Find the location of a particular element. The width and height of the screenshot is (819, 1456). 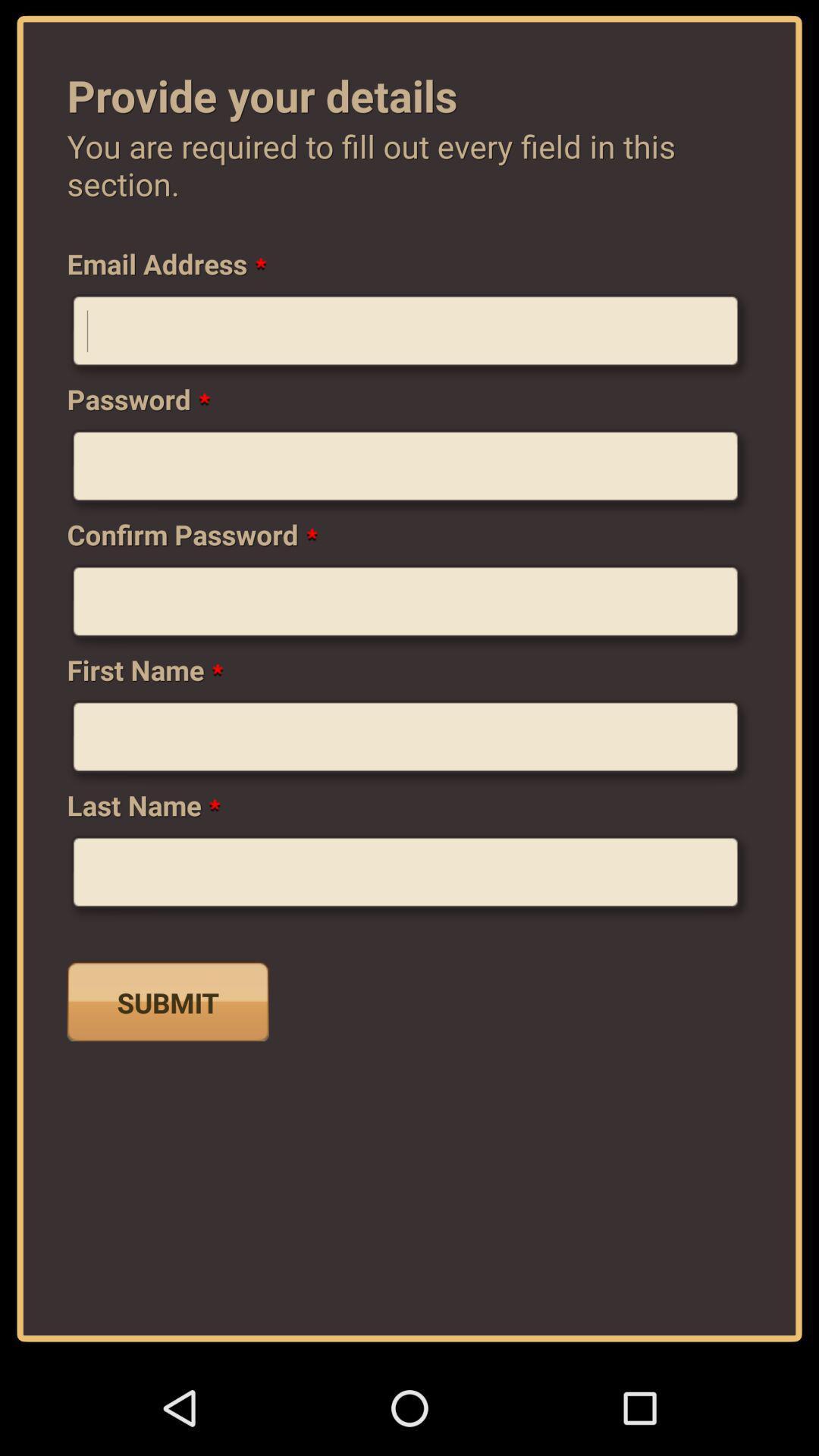

password is located at coordinates (409, 471).